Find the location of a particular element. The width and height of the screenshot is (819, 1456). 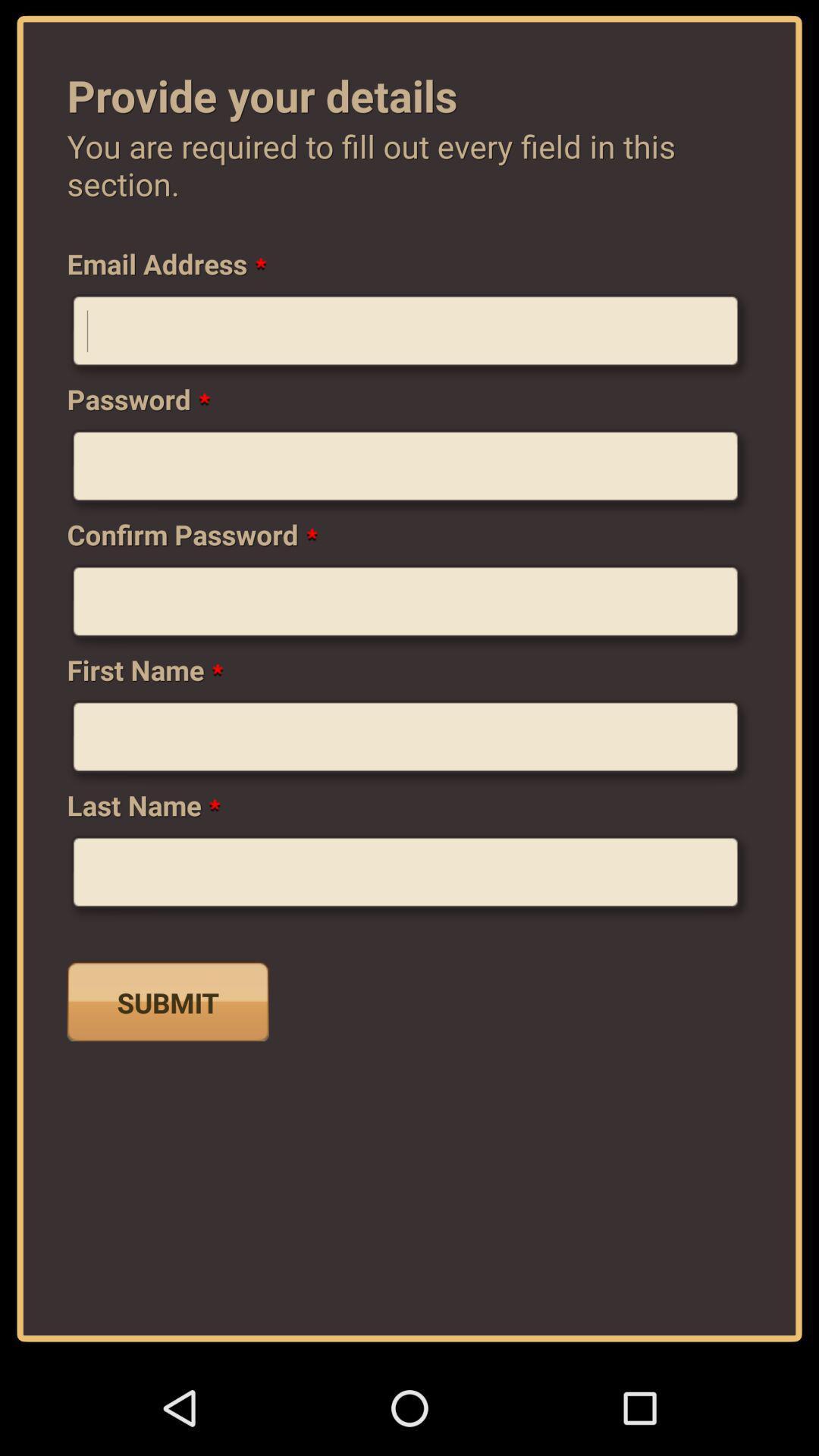

password is located at coordinates (409, 471).